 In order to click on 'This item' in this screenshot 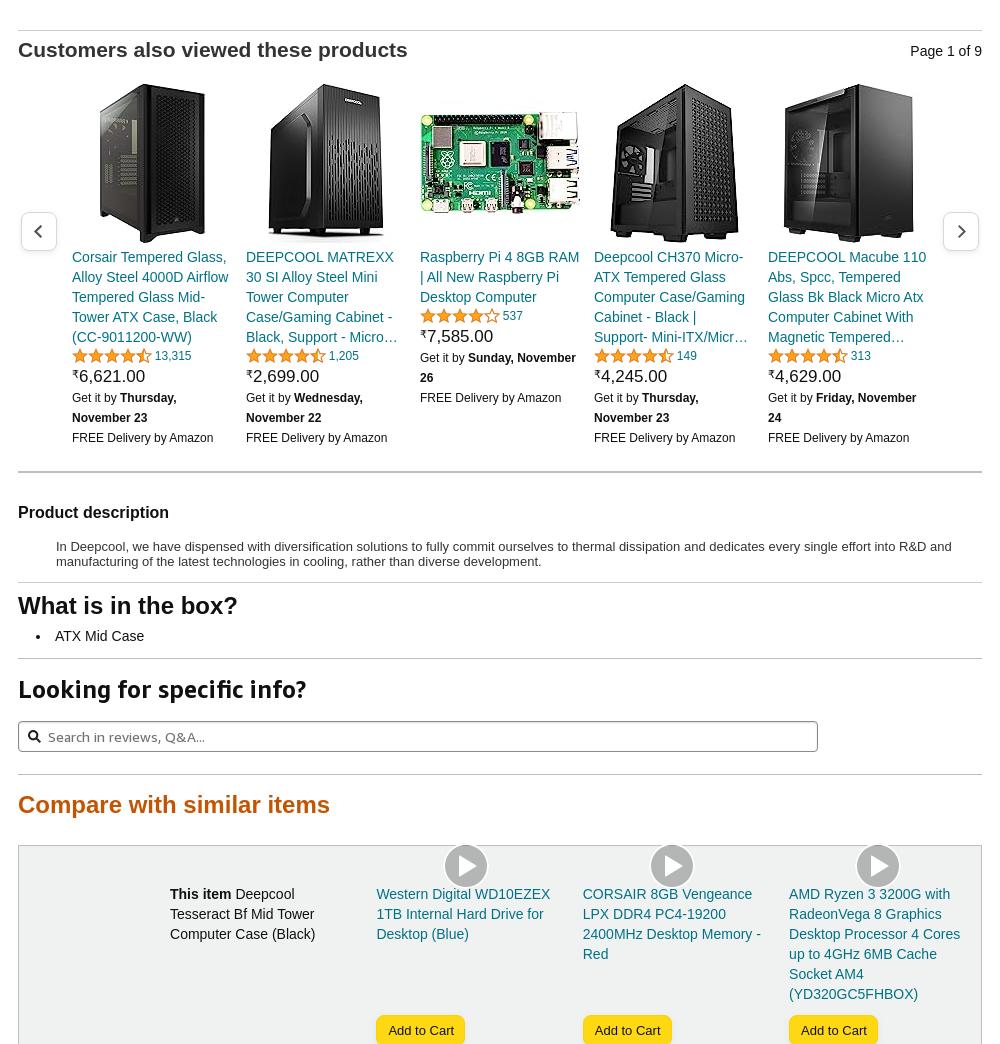, I will do `click(201, 893)`.